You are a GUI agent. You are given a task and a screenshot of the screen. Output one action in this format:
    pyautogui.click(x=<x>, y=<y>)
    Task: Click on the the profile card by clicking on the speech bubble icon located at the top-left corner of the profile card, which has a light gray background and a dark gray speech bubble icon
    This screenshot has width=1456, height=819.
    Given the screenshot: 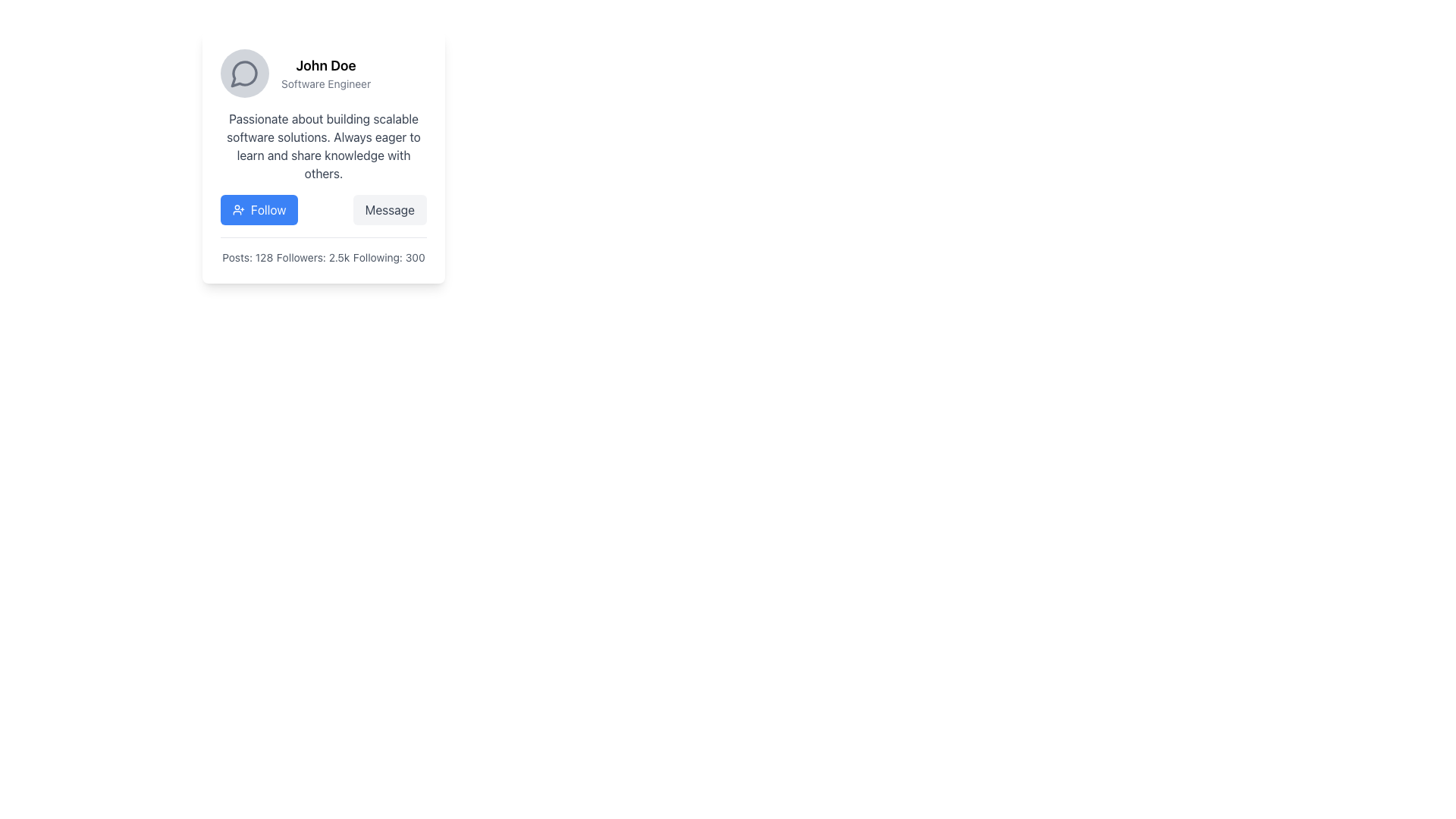 What is the action you would take?
    pyautogui.click(x=244, y=73)
    